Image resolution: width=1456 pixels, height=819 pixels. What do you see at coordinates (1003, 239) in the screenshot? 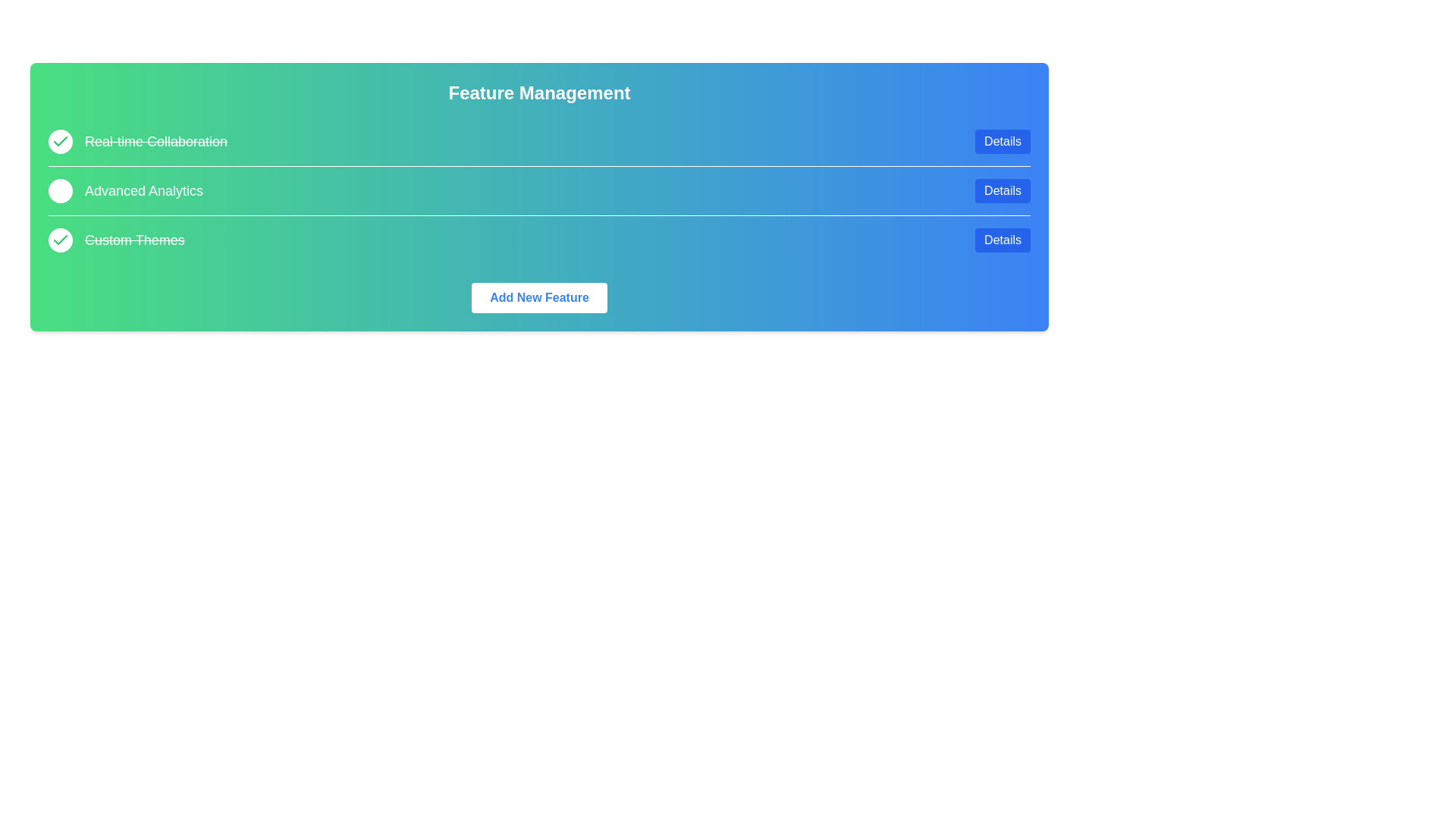
I see `the 'Details' button for the feature Custom Themes` at bounding box center [1003, 239].